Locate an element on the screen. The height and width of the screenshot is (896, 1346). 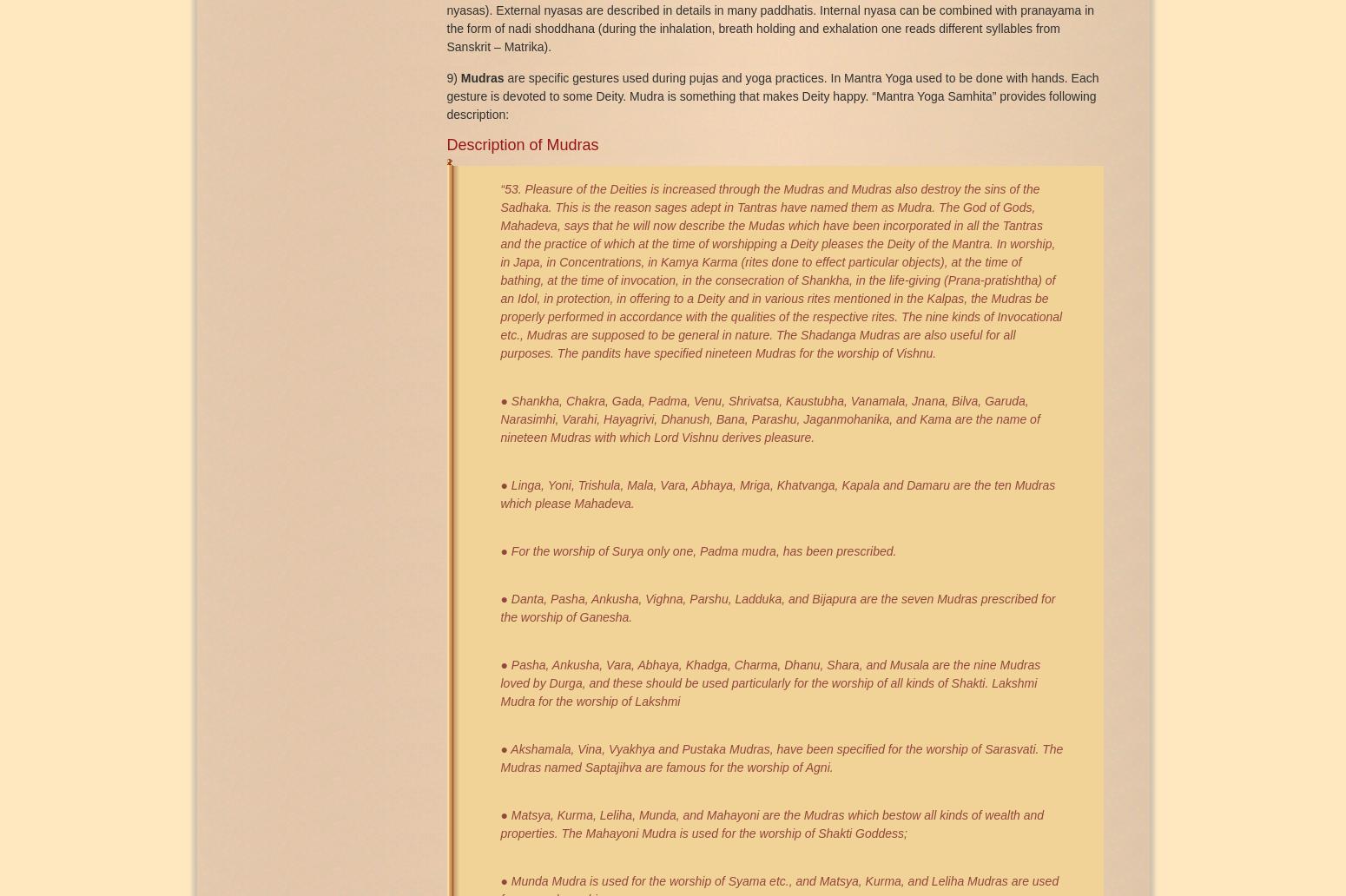
'Mudras' is located at coordinates (484, 76).